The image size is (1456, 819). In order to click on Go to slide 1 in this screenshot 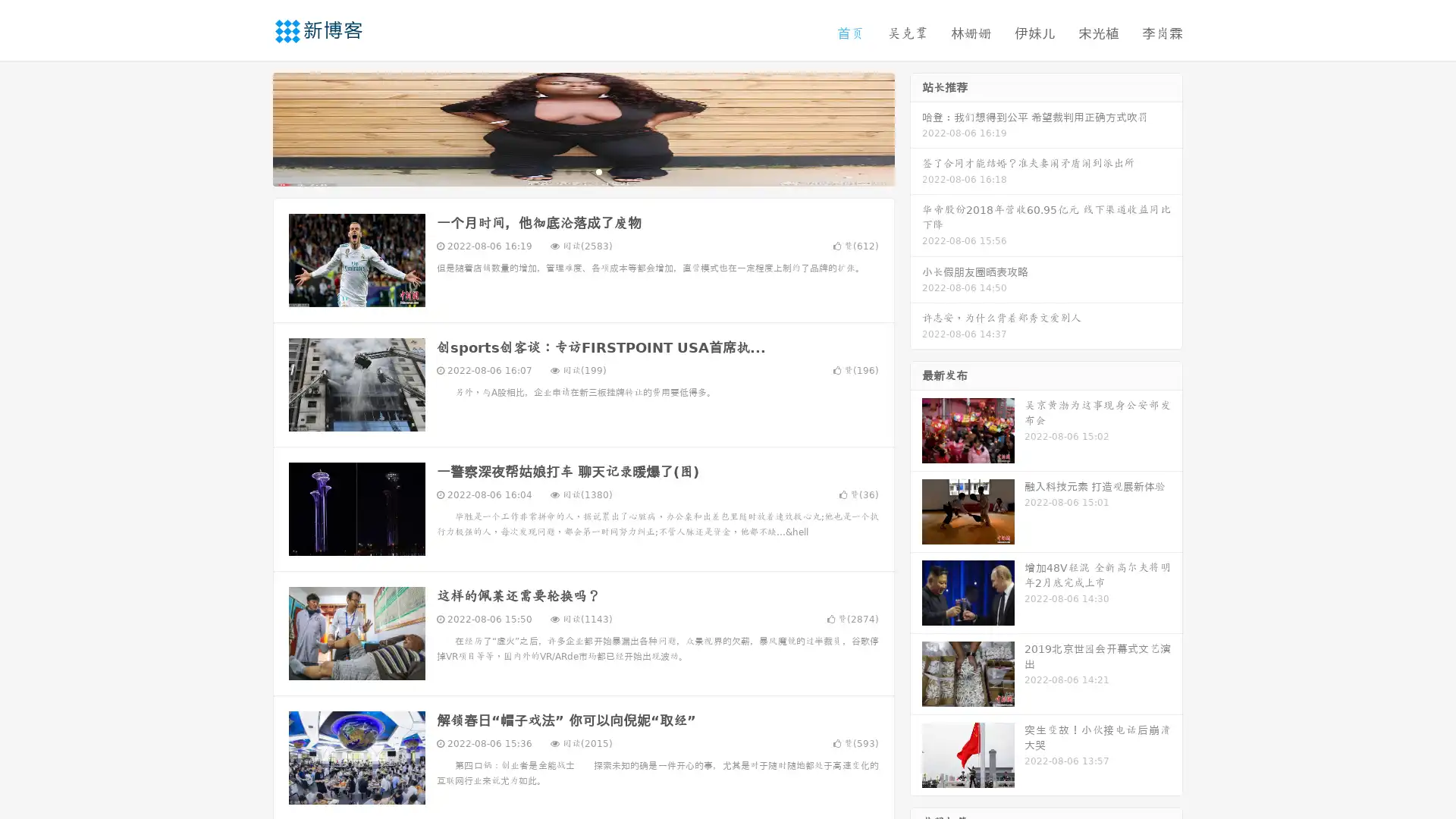, I will do `click(567, 171)`.